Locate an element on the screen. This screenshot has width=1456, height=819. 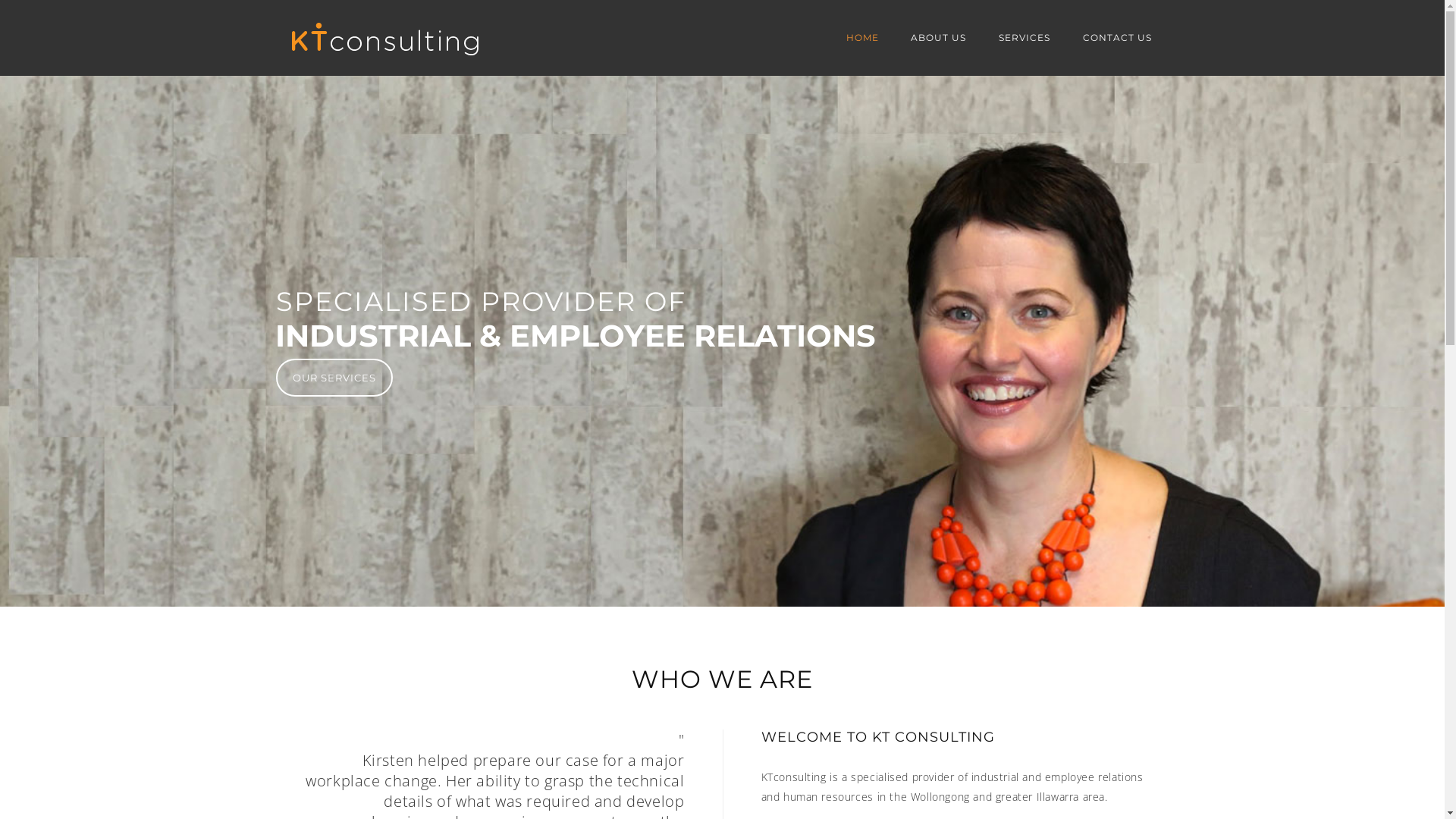
'SERVICES' is located at coordinates (1024, 37).